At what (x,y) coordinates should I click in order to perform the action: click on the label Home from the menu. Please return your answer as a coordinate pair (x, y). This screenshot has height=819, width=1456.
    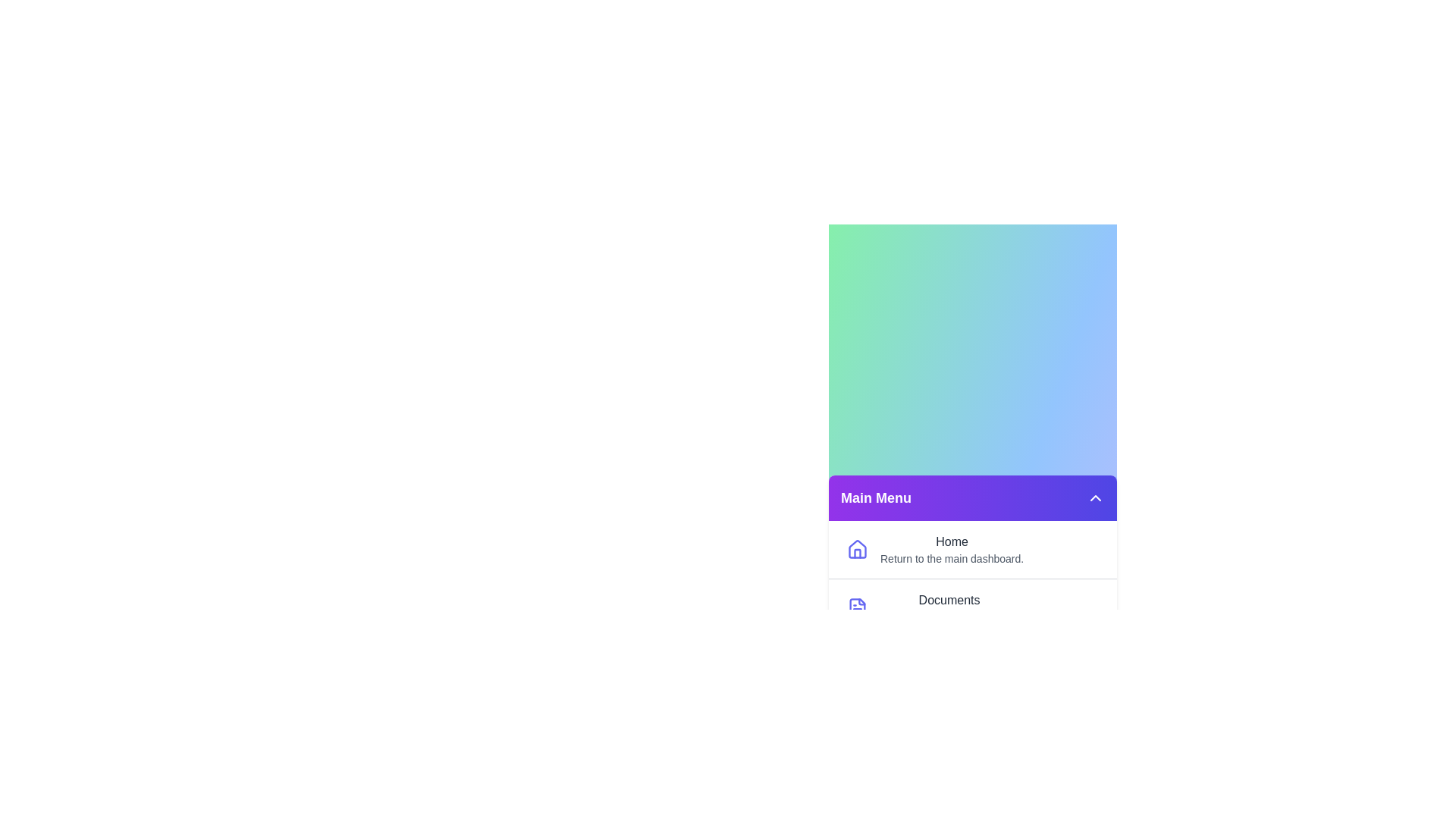
    Looking at the image, I should click on (951, 549).